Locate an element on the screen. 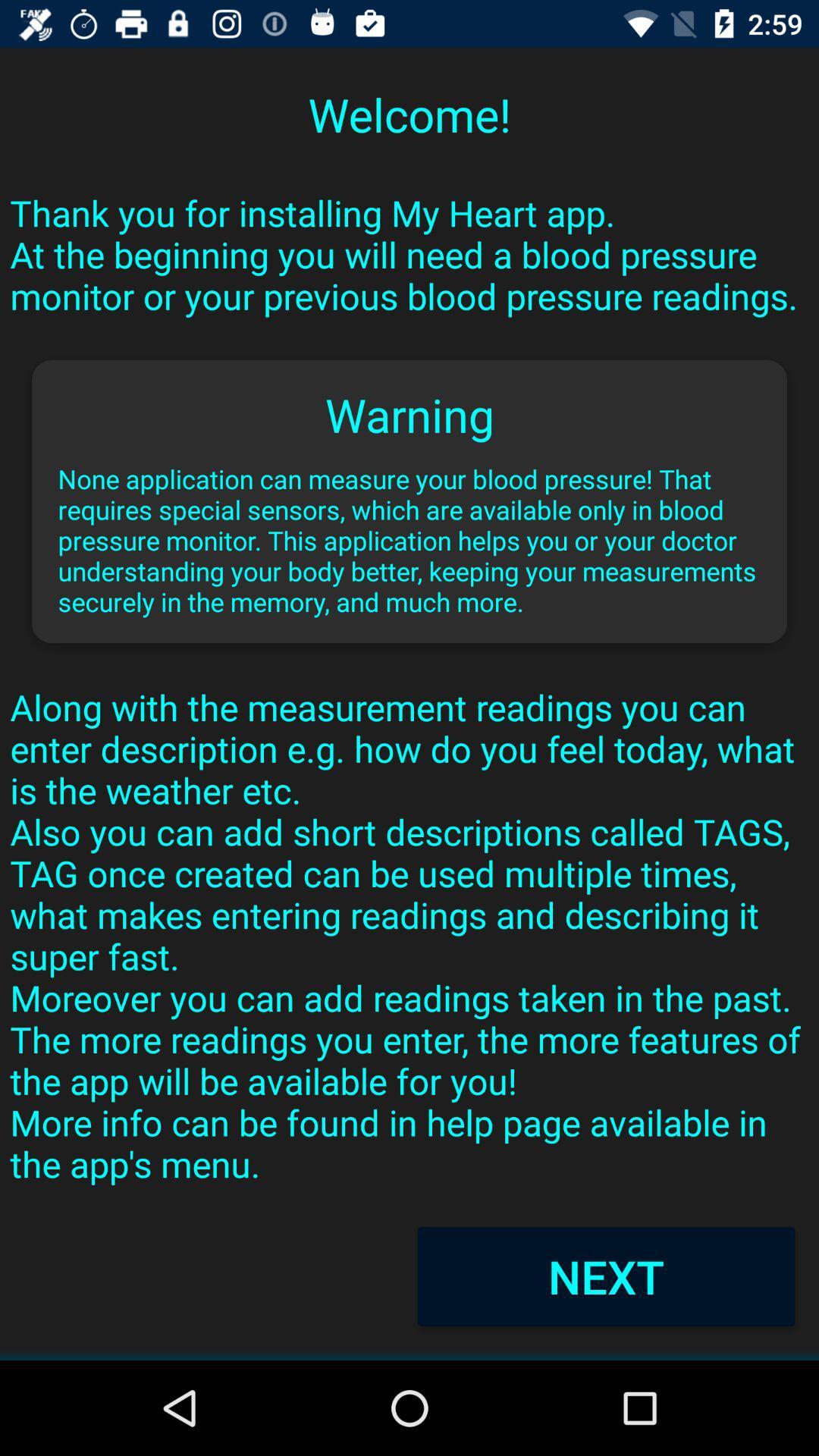  the item at the bottom right corner is located at coordinates (605, 1276).